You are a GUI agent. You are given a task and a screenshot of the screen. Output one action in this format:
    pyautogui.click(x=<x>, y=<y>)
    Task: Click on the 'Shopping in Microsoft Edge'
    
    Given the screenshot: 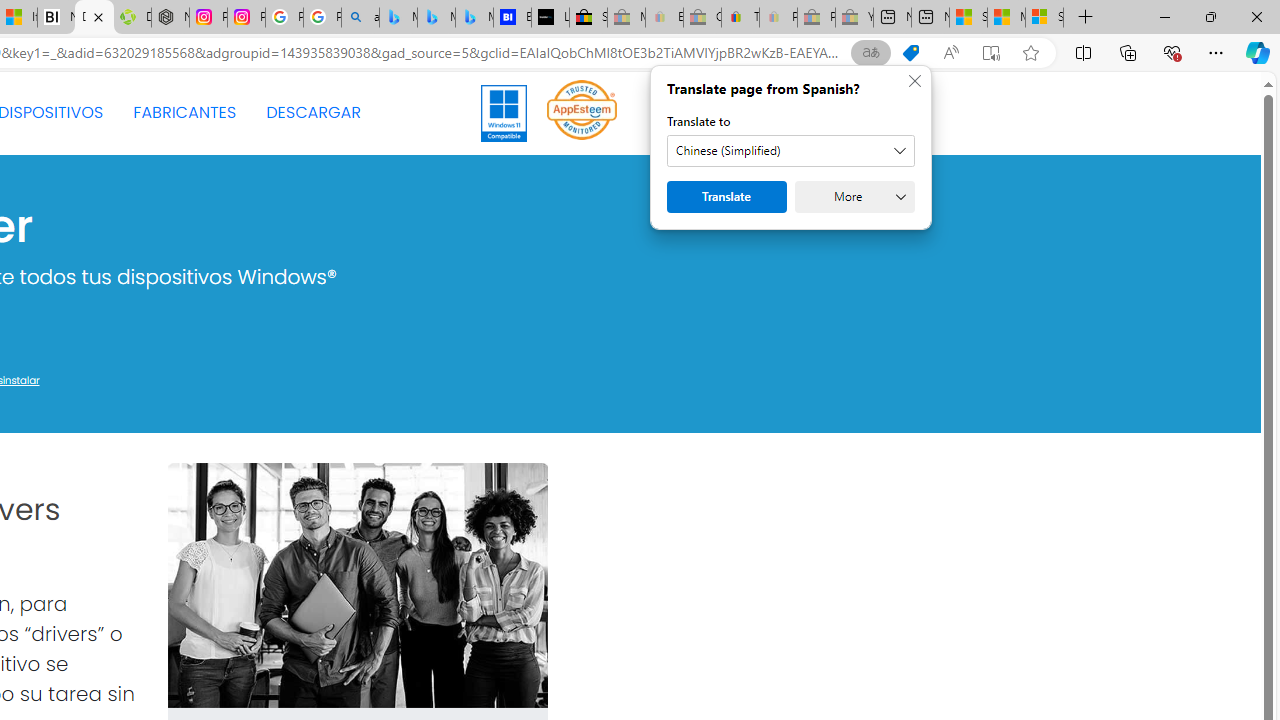 What is the action you would take?
    pyautogui.click(x=909, y=52)
    